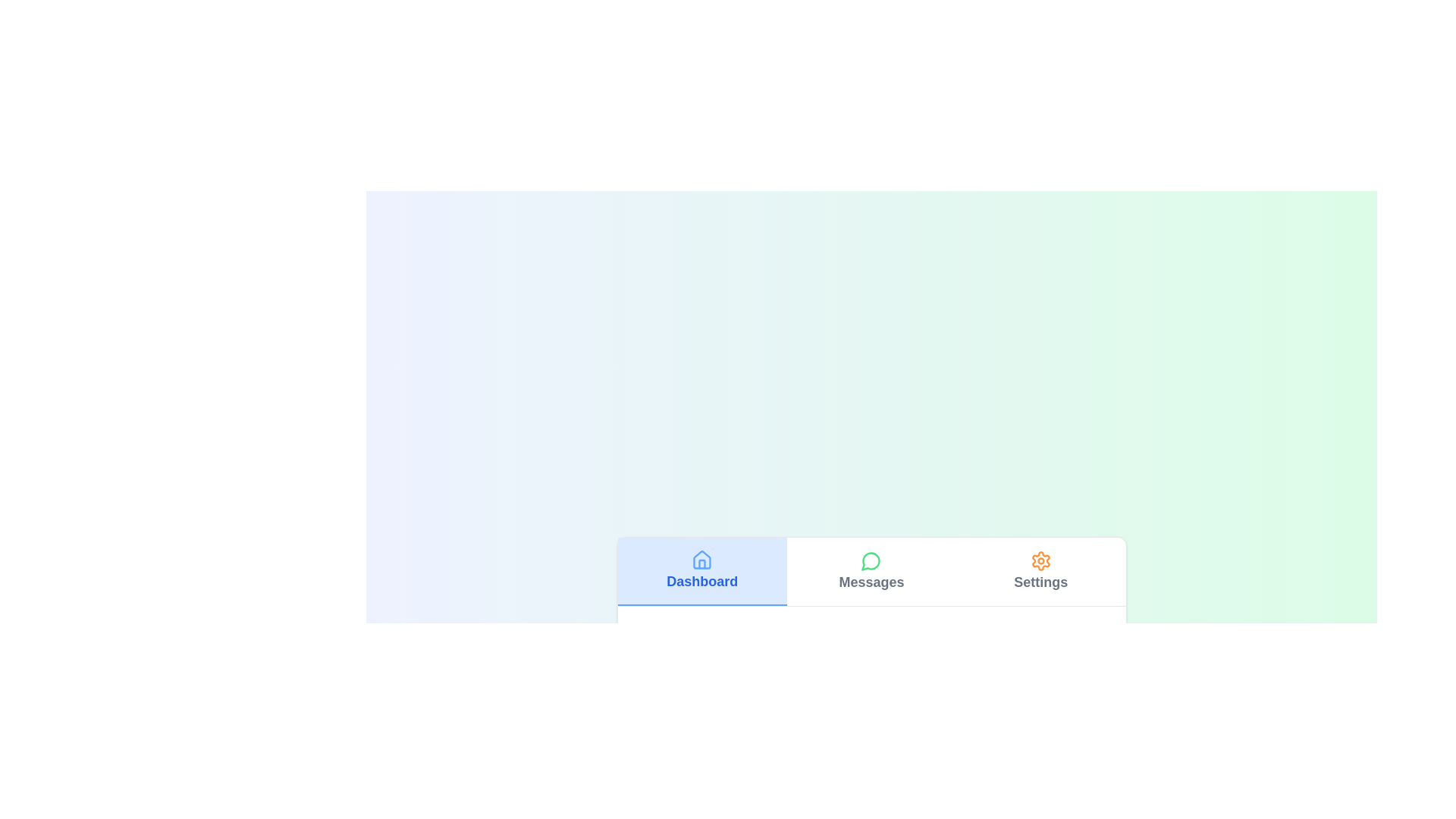 This screenshot has width=1456, height=819. I want to click on the tab labeled Dashboard to view its content, so click(701, 571).